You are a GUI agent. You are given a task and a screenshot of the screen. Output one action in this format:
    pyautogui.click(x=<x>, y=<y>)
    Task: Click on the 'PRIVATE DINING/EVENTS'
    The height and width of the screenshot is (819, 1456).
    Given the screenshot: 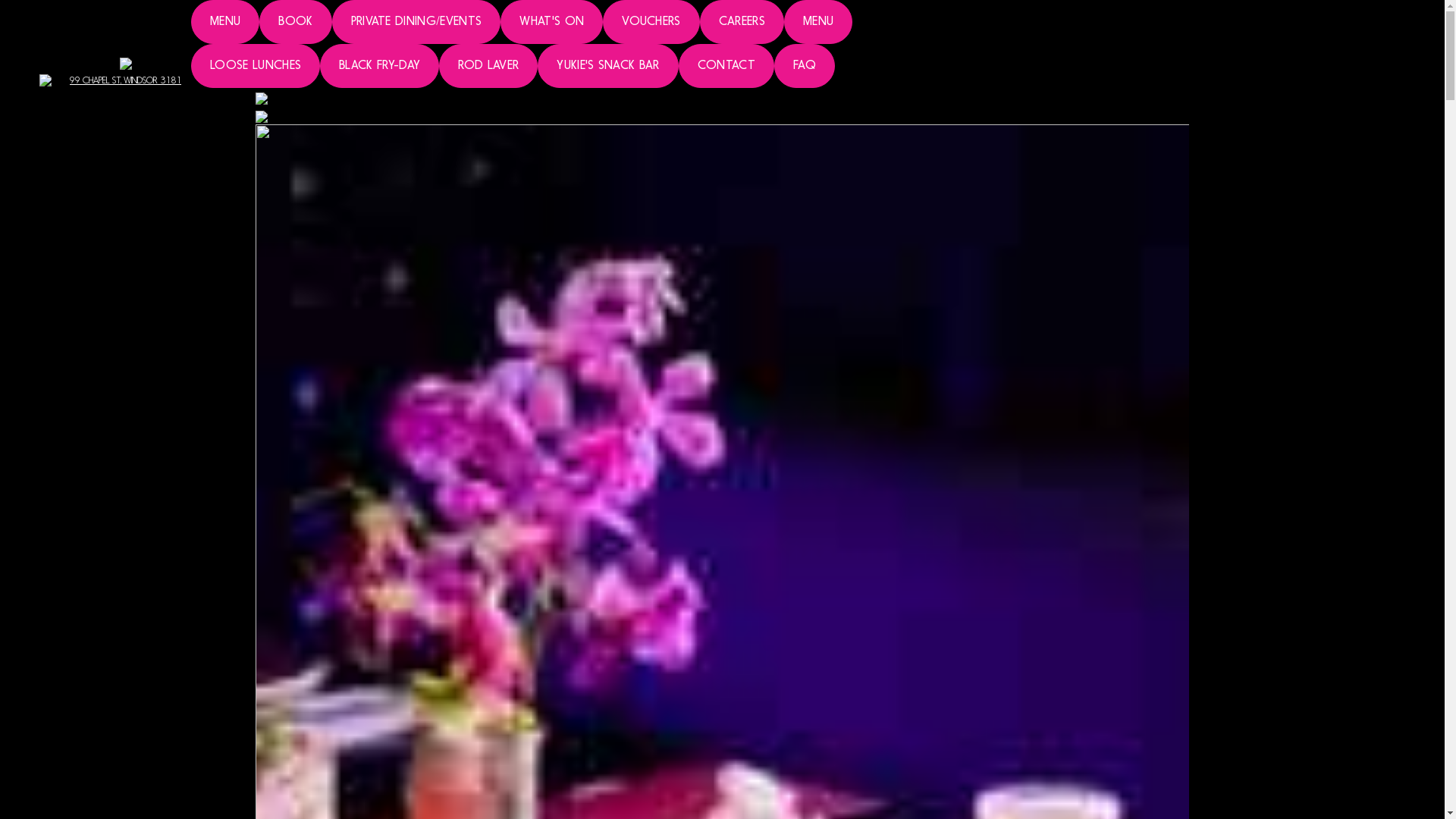 What is the action you would take?
    pyautogui.click(x=331, y=22)
    